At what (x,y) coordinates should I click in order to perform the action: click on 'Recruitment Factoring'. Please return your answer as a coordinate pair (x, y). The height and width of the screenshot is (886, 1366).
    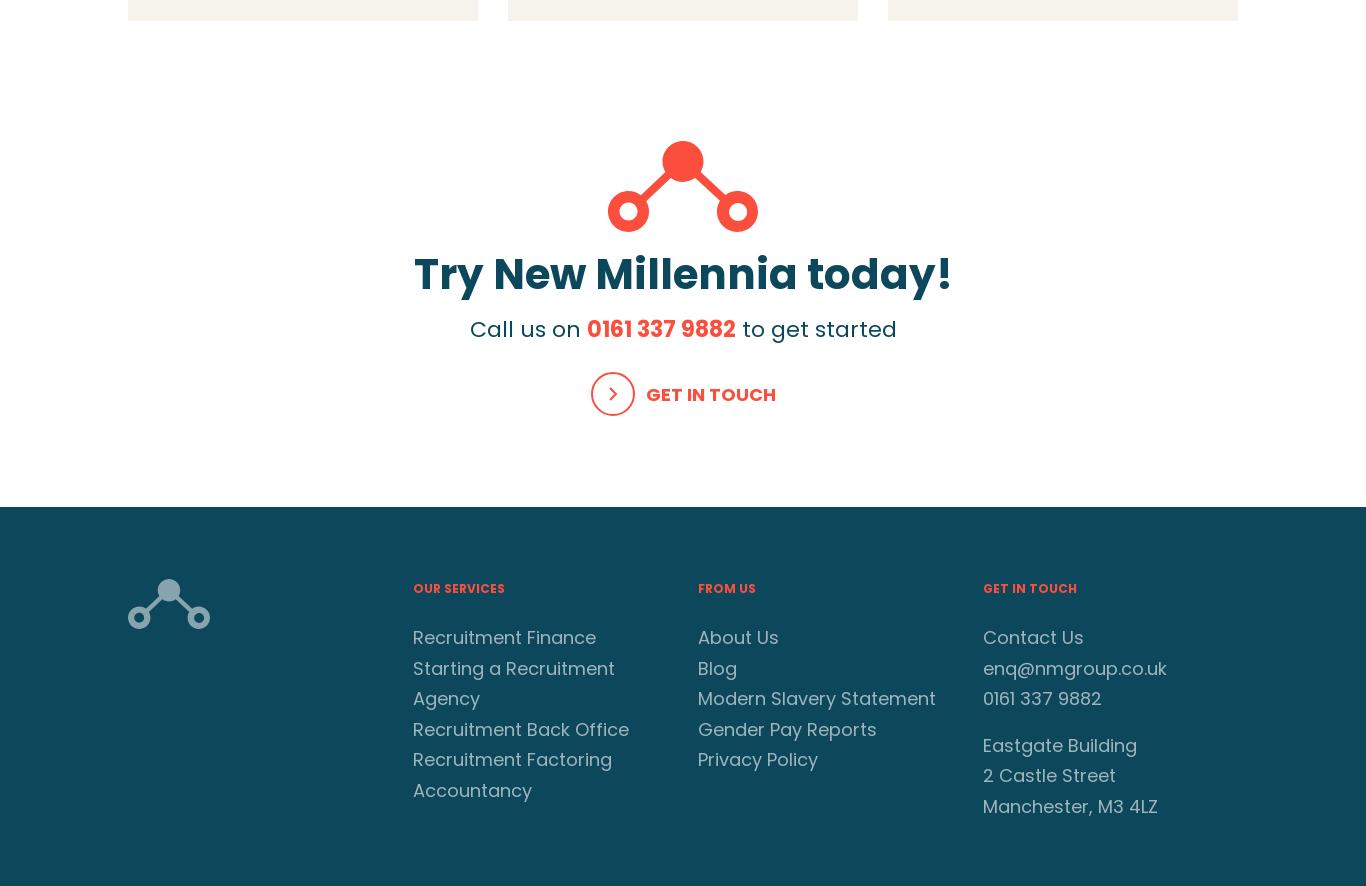
    Looking at the image, I should click on (512, 758).